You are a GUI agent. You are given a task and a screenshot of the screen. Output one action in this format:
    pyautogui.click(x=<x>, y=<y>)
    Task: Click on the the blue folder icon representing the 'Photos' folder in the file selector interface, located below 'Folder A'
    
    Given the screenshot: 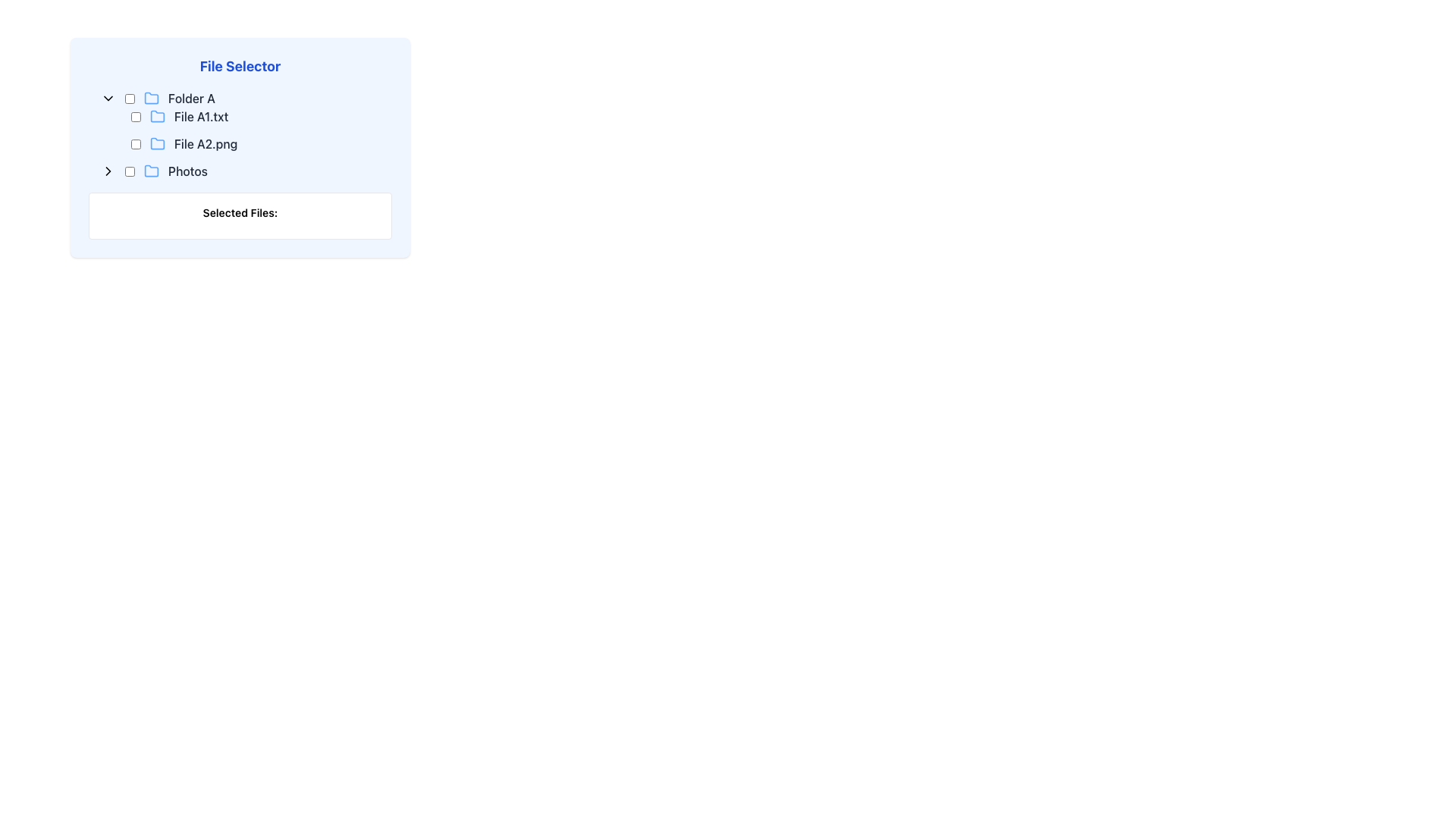 What is the action you would take?
    pyautogui.click(x=152, y=170)
    